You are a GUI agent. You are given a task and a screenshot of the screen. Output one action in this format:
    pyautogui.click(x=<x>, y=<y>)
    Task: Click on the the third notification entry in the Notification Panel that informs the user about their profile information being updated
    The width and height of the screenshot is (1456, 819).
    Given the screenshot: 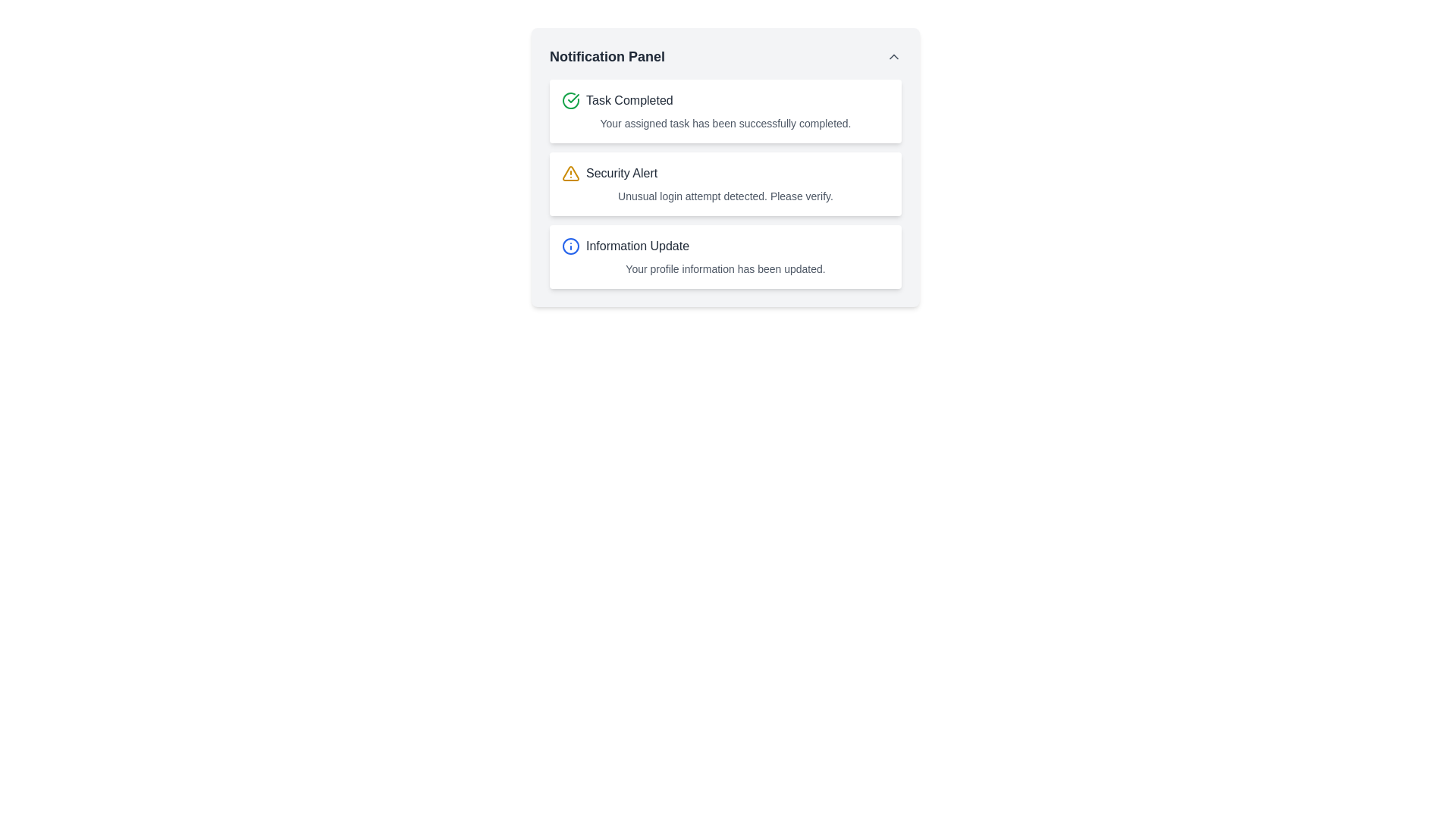 What is the action you would take?
    pyautogui.click(x=724, y=256)
    